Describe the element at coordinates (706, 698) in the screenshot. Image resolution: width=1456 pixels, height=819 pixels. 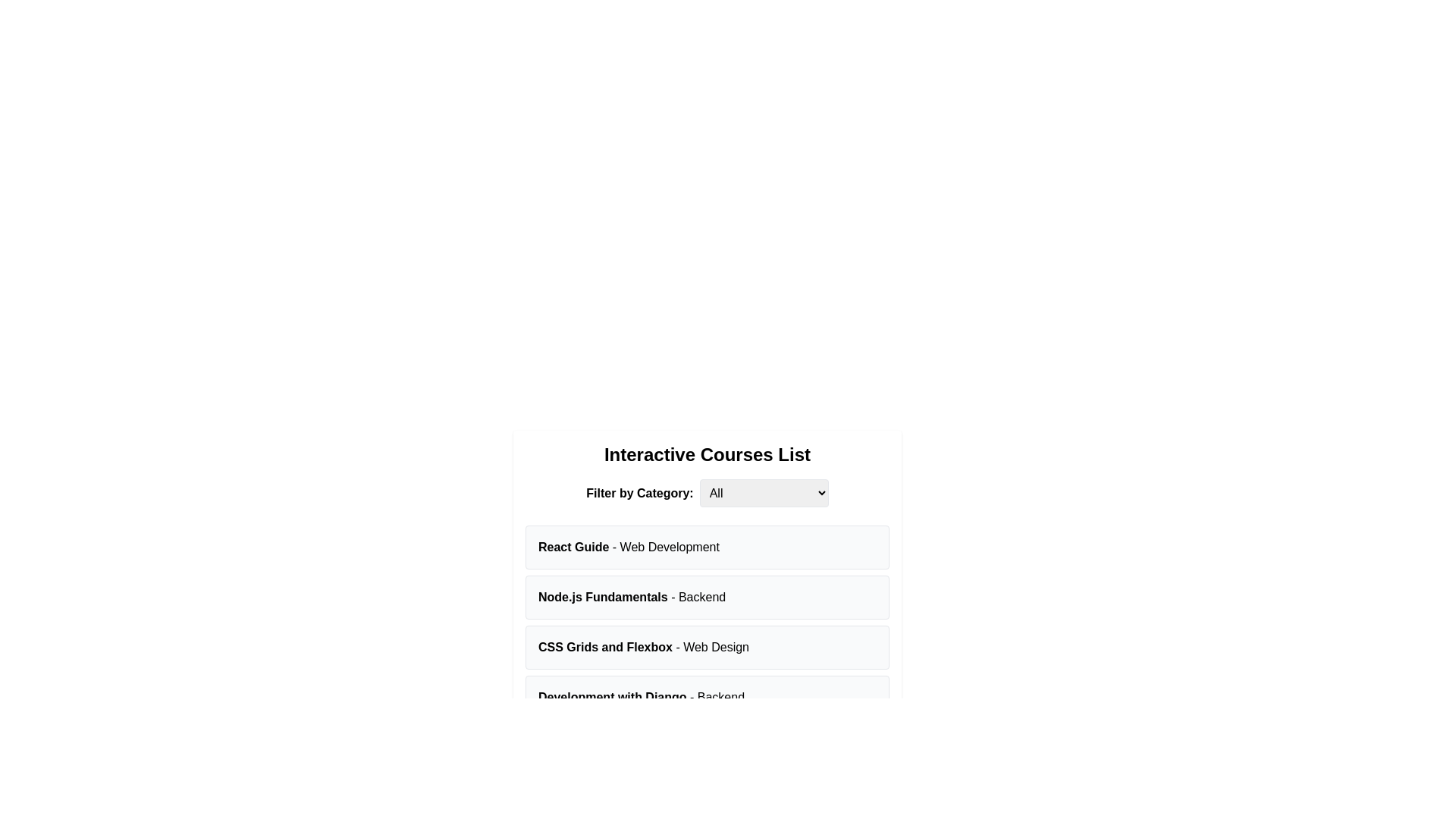
I see `the fourth list item labeled 'Development with Django - Backend', which is a horizontally-aligned rectangular box with rounded corners and a light gray background` at that location.